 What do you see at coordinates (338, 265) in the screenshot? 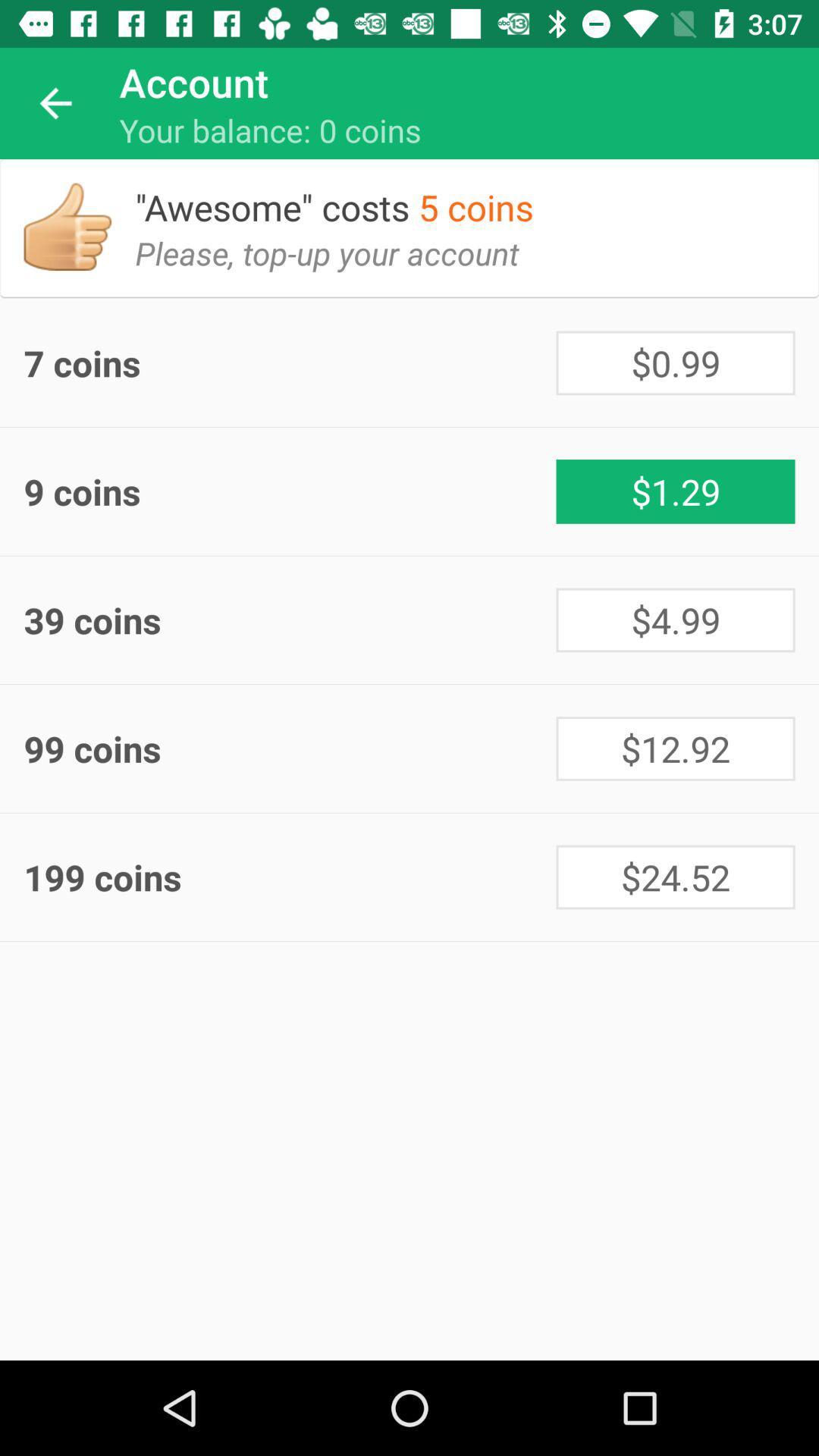
I see `icon above the 7 coins icon` at bounding box center [338, 265].